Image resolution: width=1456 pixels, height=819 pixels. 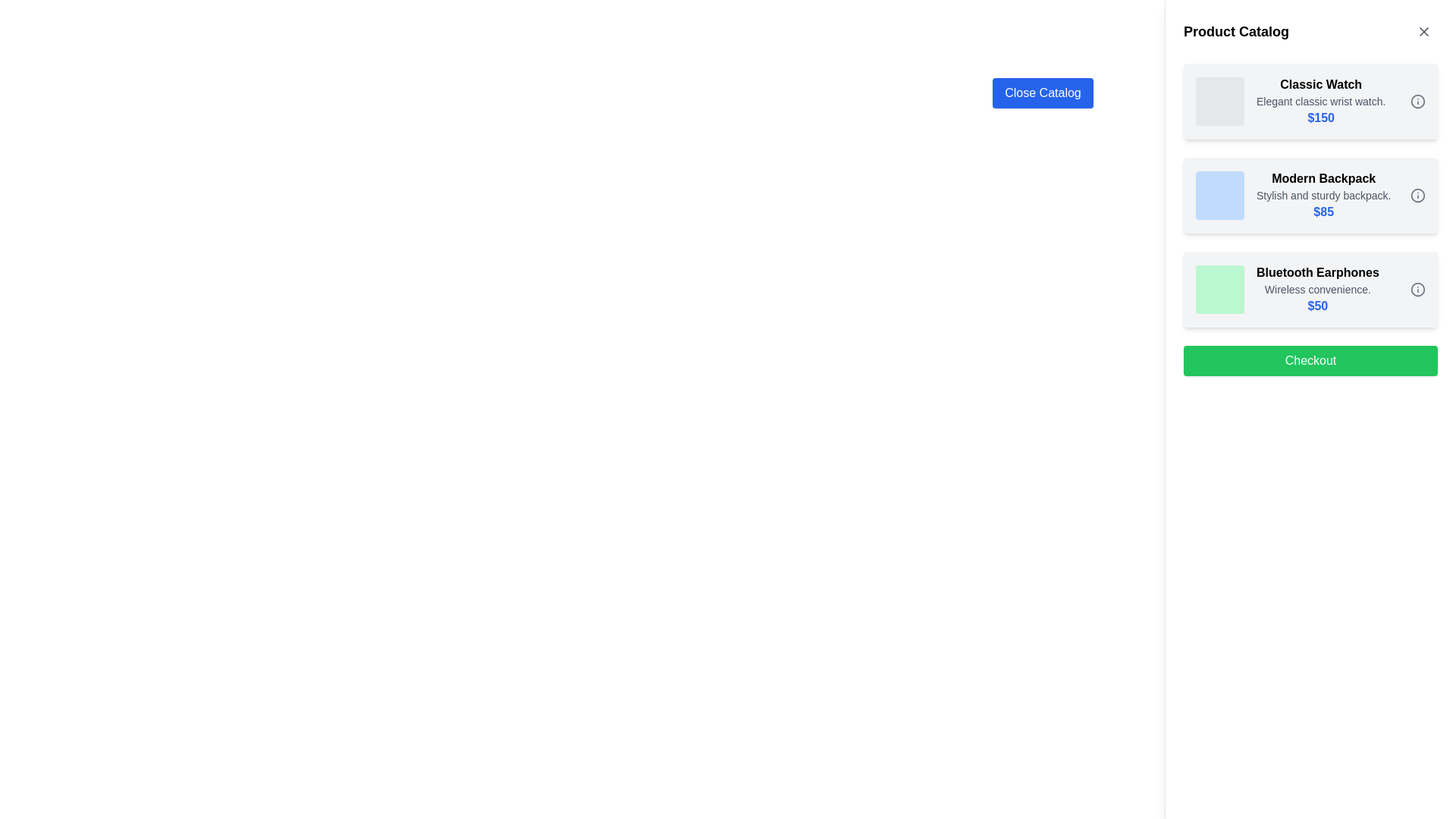 I want to click on the information icon (circular icon with 'i') located in the top-right corner of the 'Bluetooth Earphones' card, so click(x=1417, y=289).